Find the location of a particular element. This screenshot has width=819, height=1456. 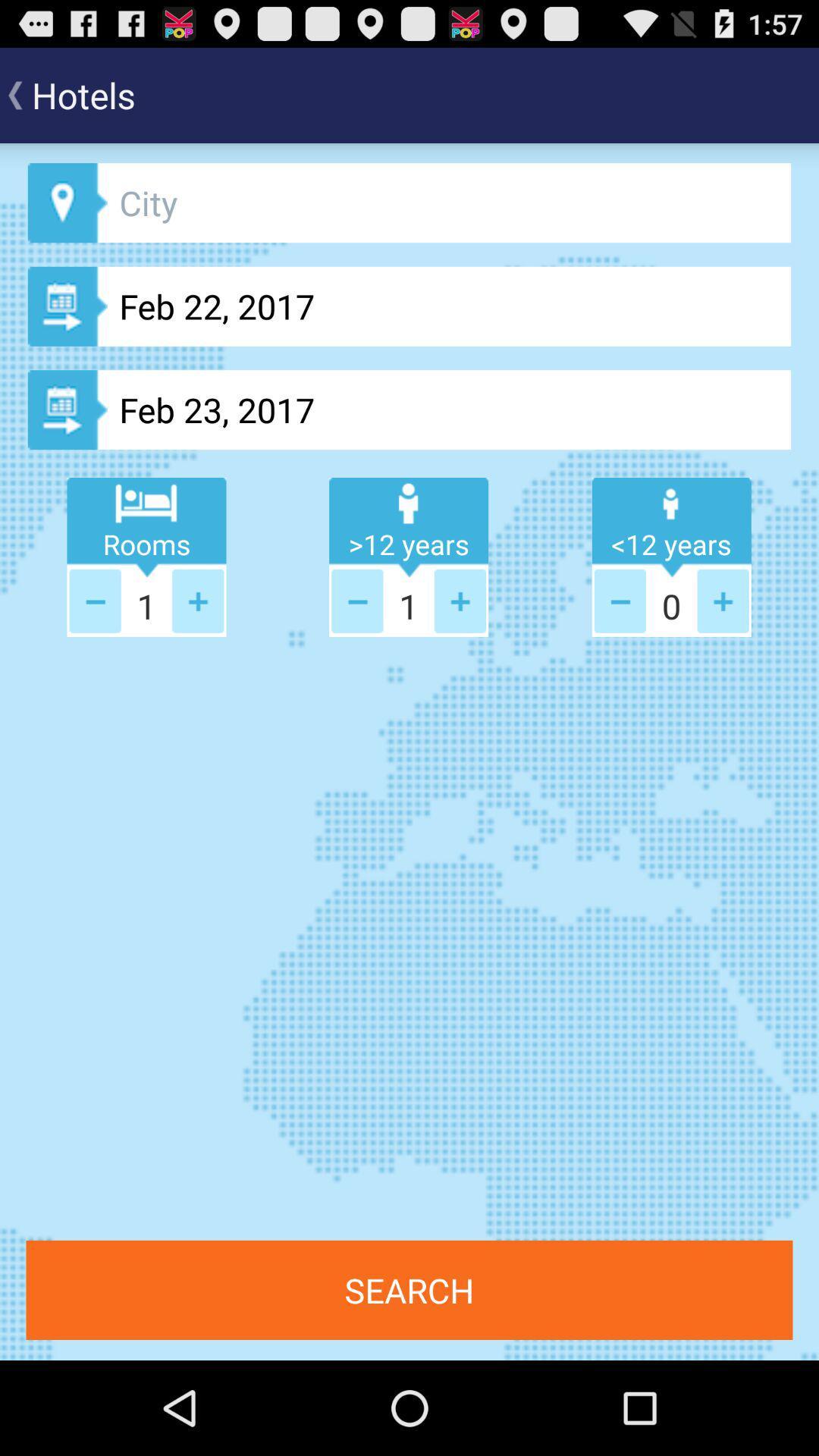

increase the age of guest is located at coordinates (722, 600).